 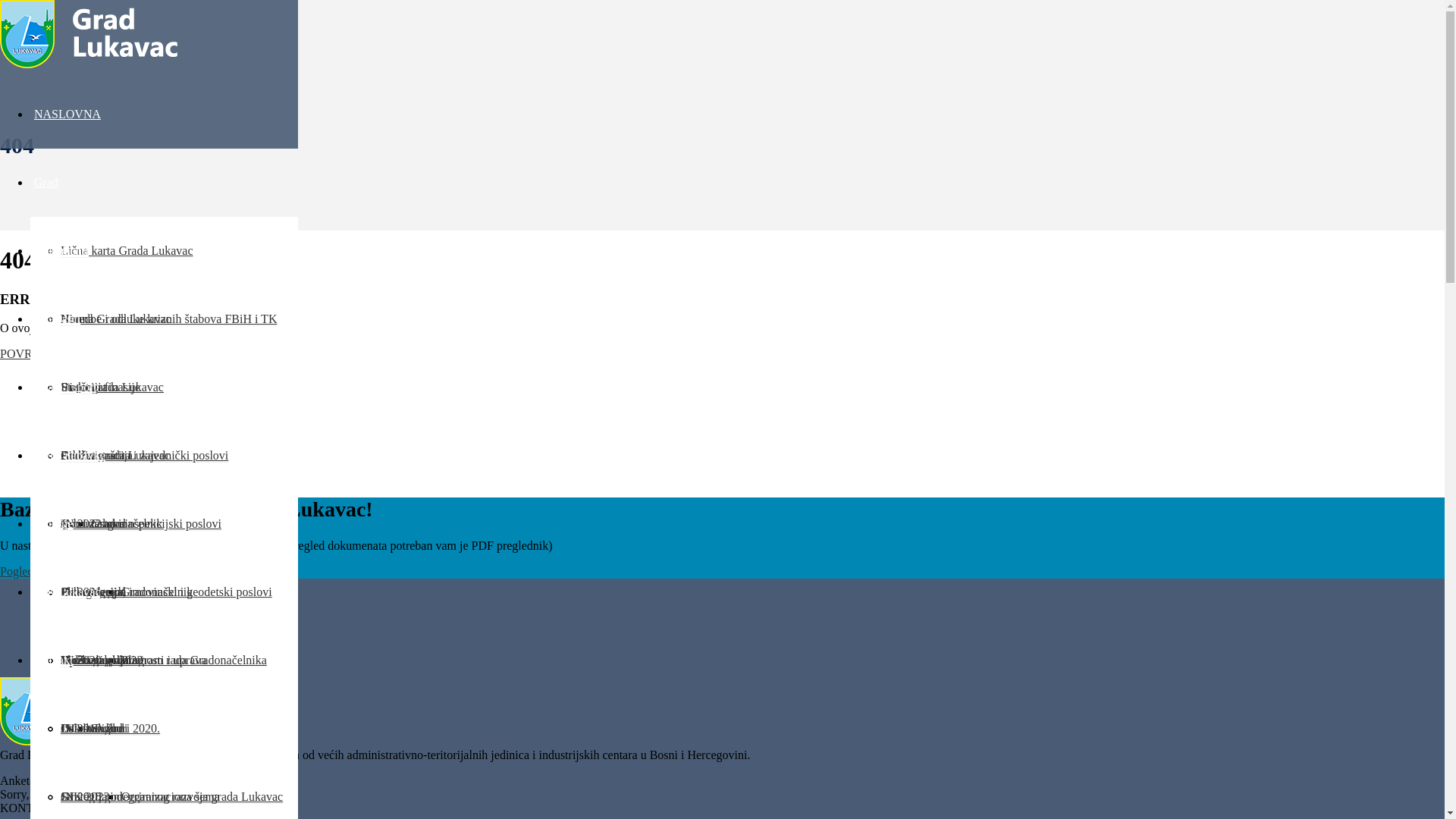 What do you see at coordinates (61, 727) in the screenshot?
I see `'Lokalni izbori 2020.'` at bounding box center [61, 727].